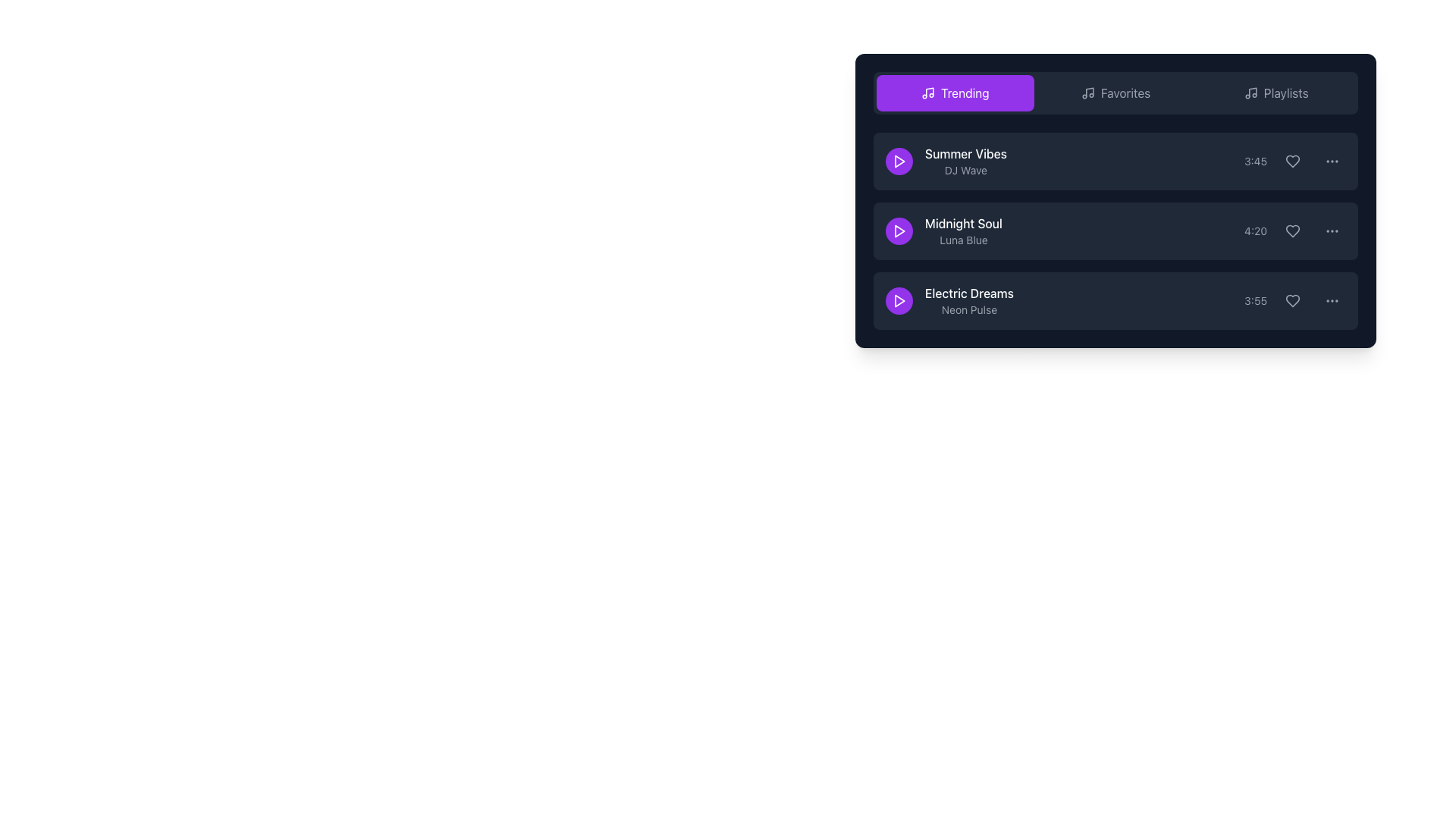 The width and height of the screenshot is (1456, 819). What do you see at coordinates (954, 93) in the screenshot?
I see `the navigation button labeled 'Trending' located at the top left of the navigation menu` at bounding box center [954, 93].